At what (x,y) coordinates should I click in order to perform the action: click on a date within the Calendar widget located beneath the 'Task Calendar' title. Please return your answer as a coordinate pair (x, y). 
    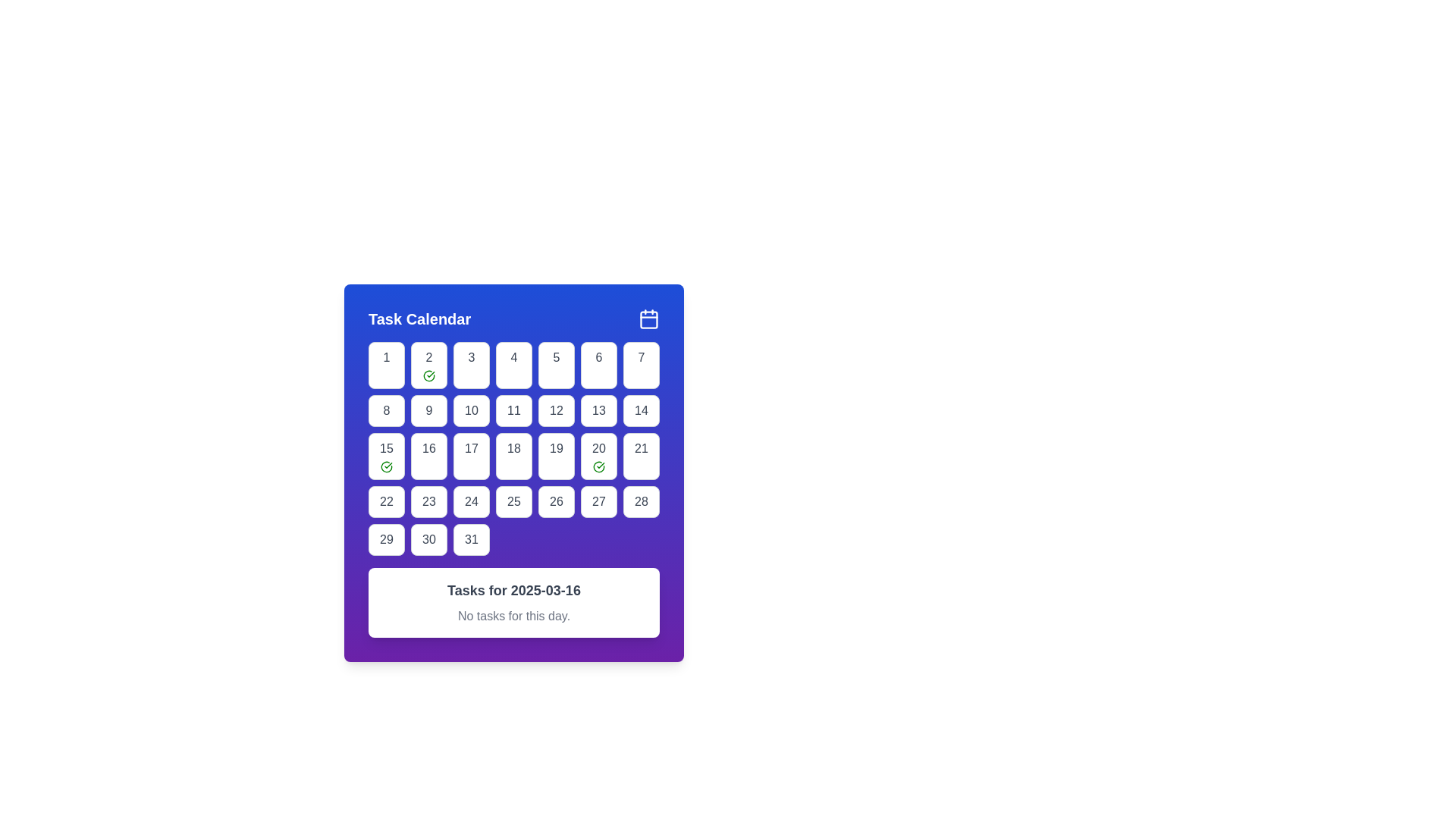
    Looking at the image, I should click on (513, 472).